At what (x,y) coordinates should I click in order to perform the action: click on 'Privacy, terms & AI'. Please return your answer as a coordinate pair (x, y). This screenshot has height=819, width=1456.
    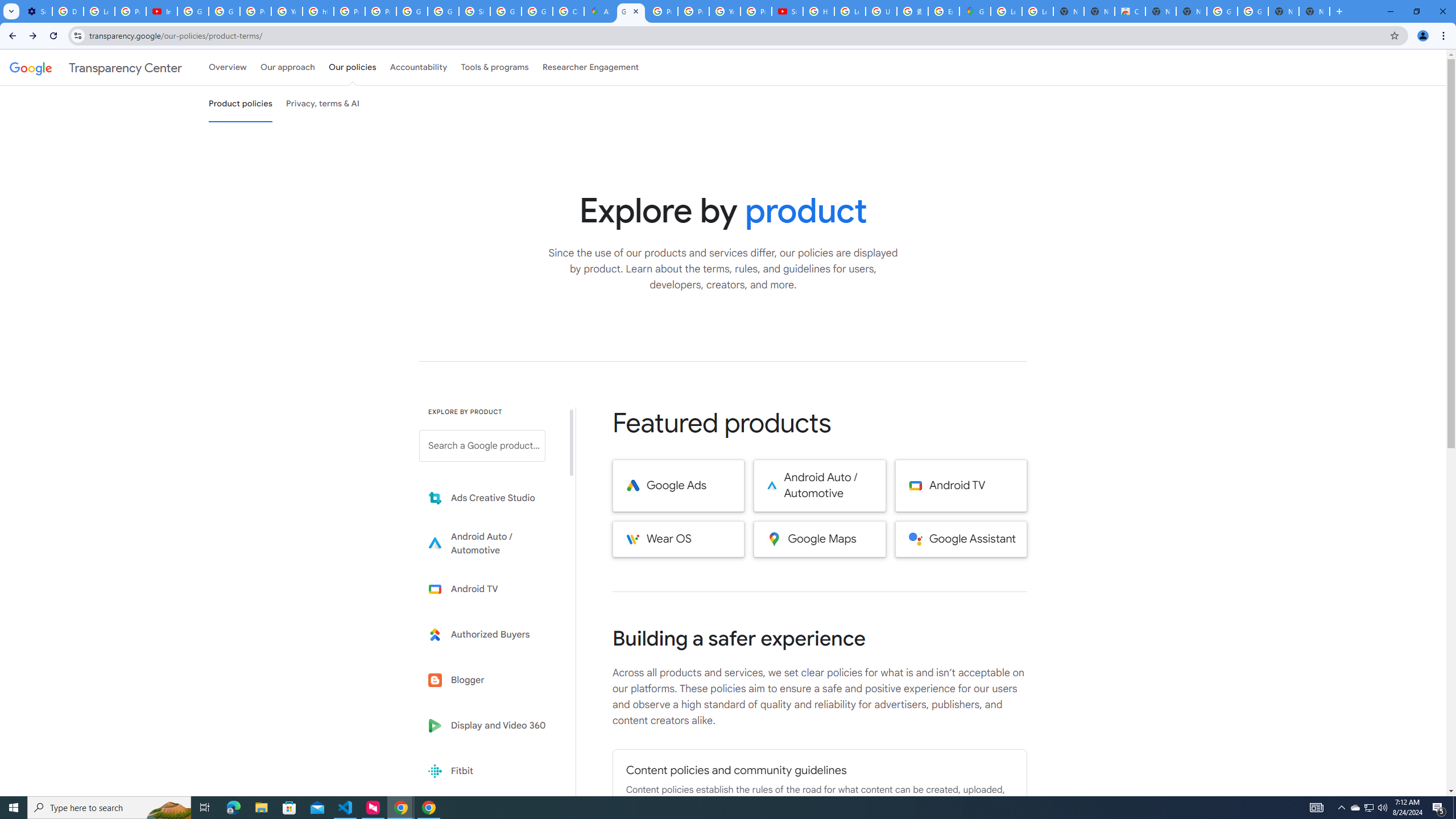
    Looking at the image, I should click on (322, 103).